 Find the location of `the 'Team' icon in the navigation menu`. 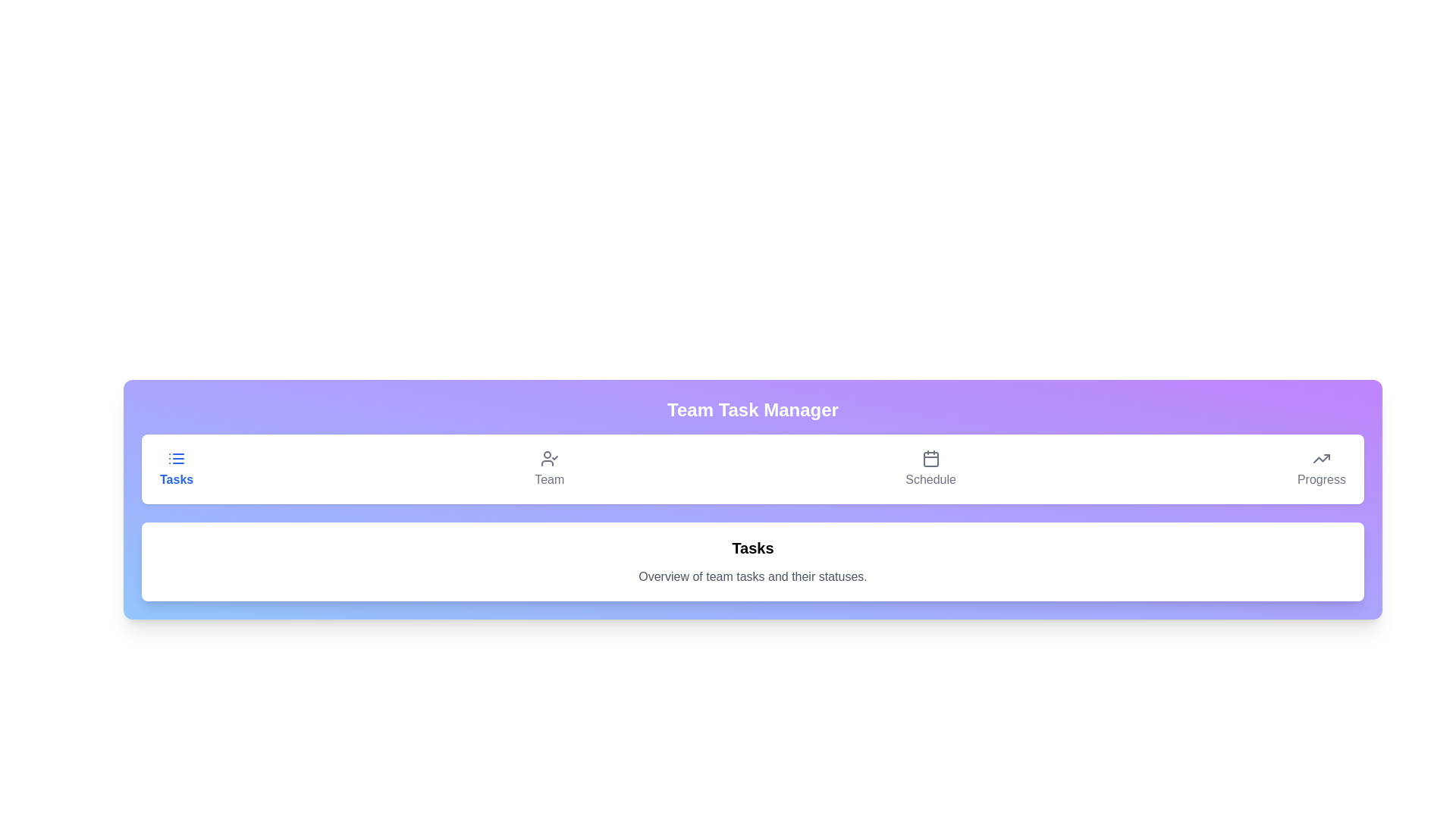

the 'Team' icon in the navigation menu is located at coordinates (548, 458).